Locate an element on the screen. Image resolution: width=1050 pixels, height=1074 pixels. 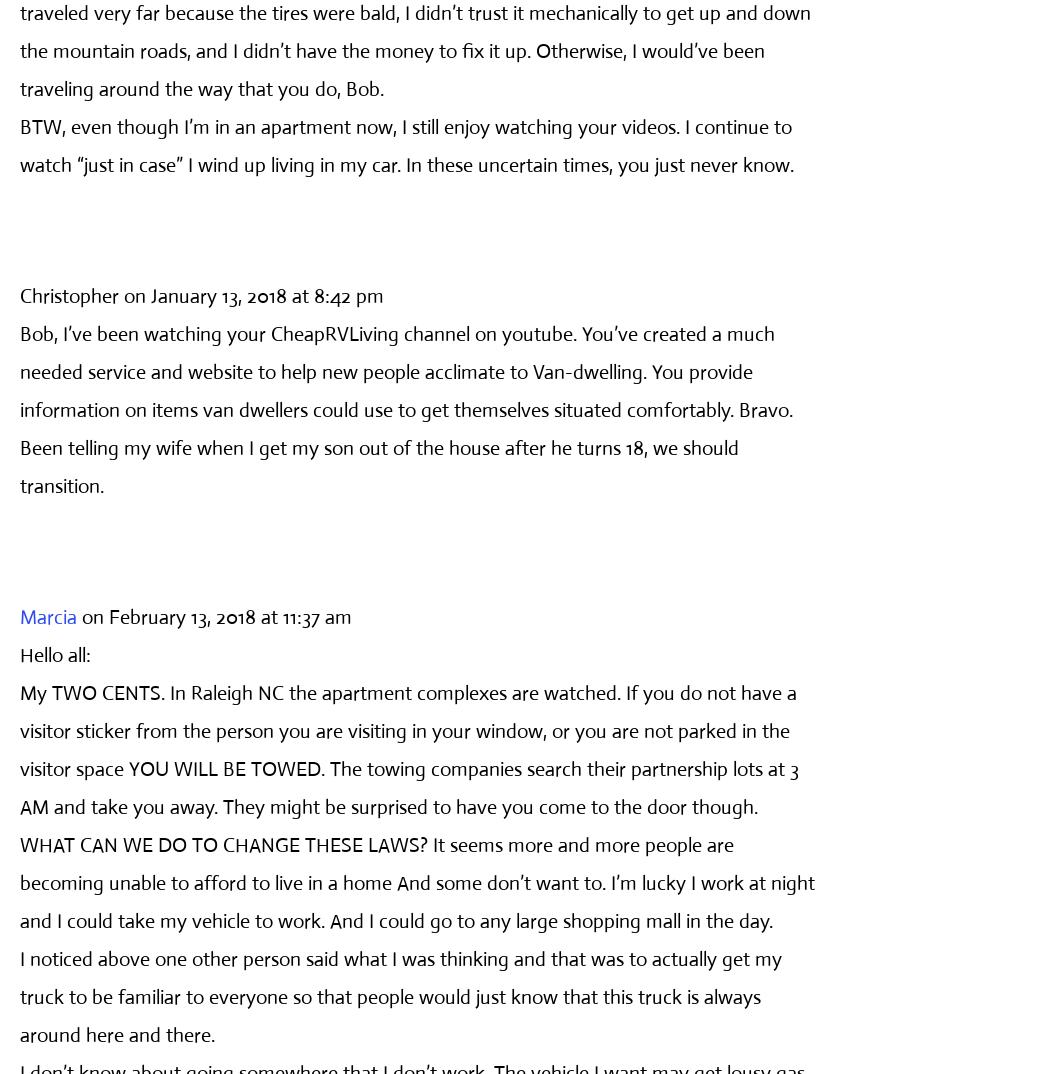
'Marcia' is located at coordinates (47, 616).